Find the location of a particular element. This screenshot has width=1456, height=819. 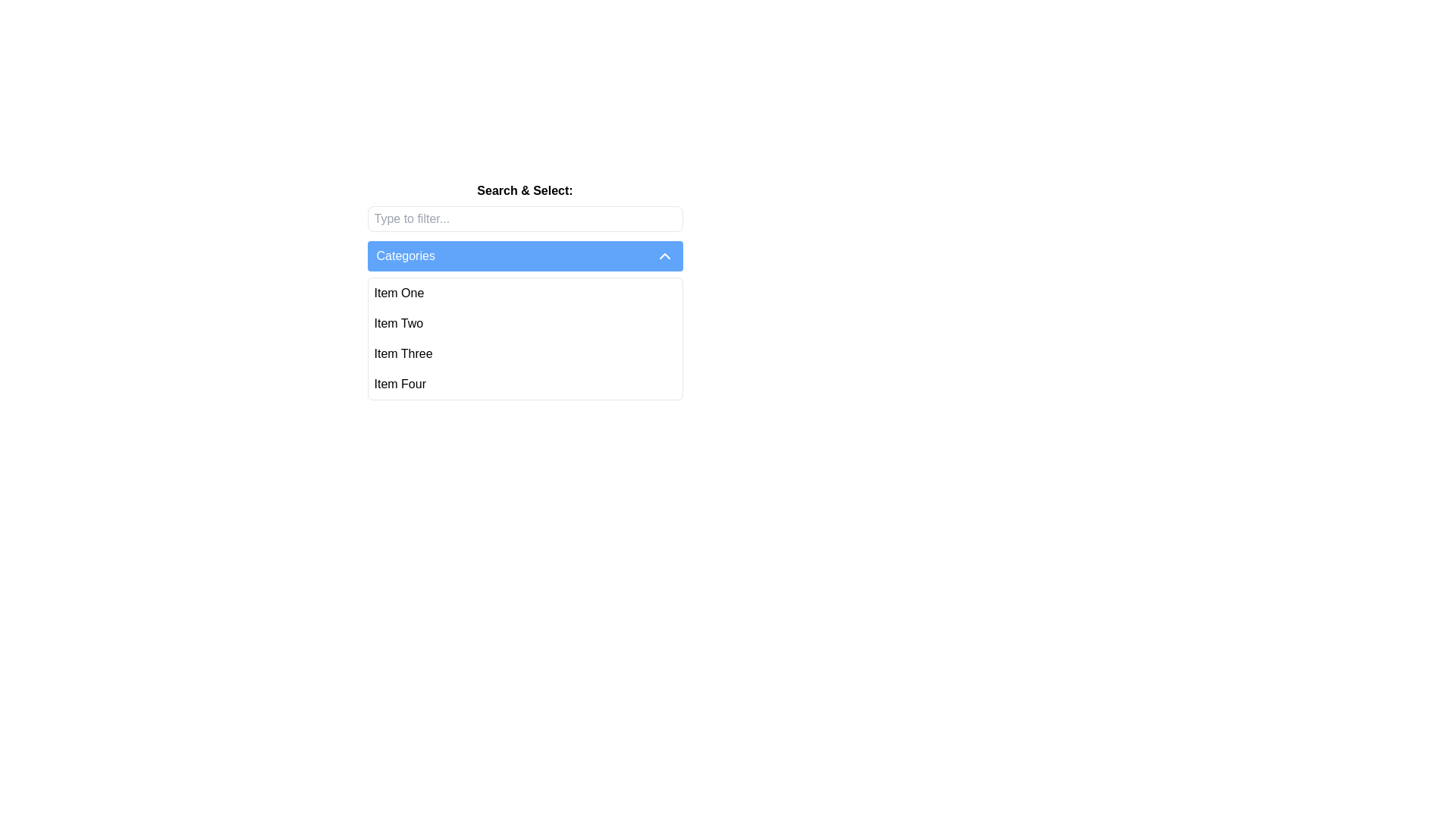

the 'Item Two' text label in the dropdown menu under the 'Categories' header is located at coordinates (398, 323).